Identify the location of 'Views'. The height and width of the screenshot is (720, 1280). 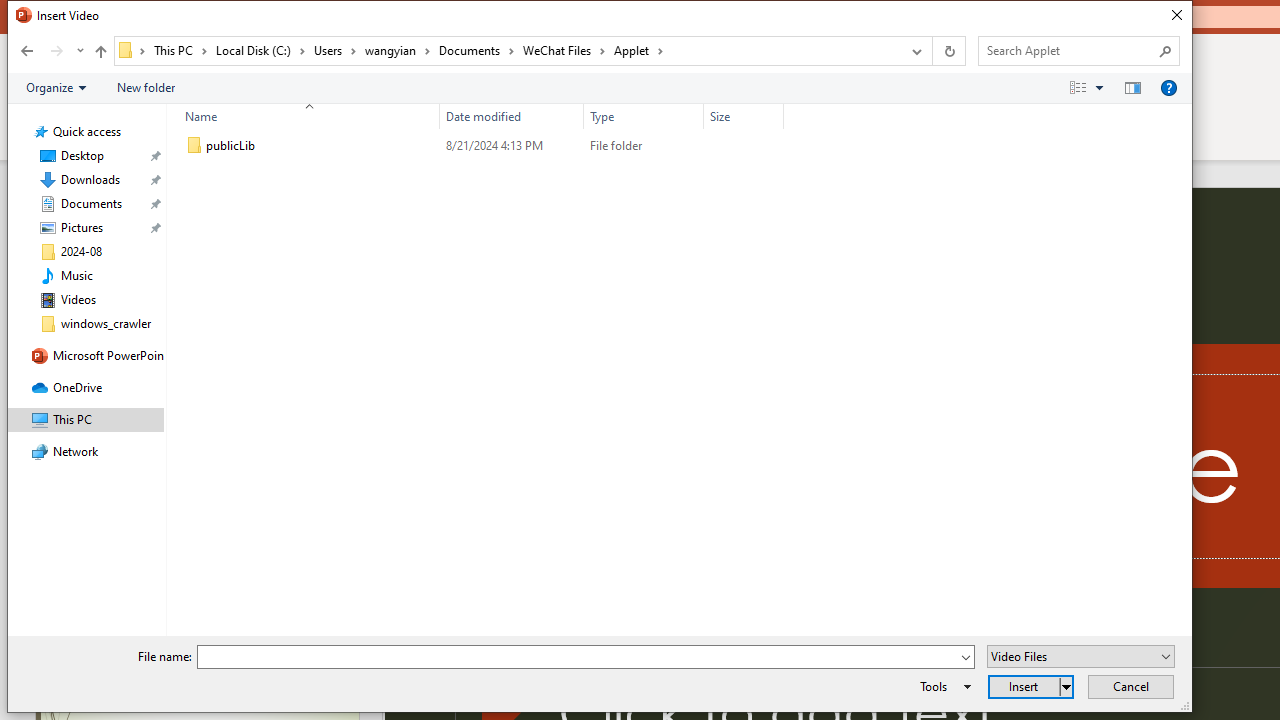
(1090, 86).